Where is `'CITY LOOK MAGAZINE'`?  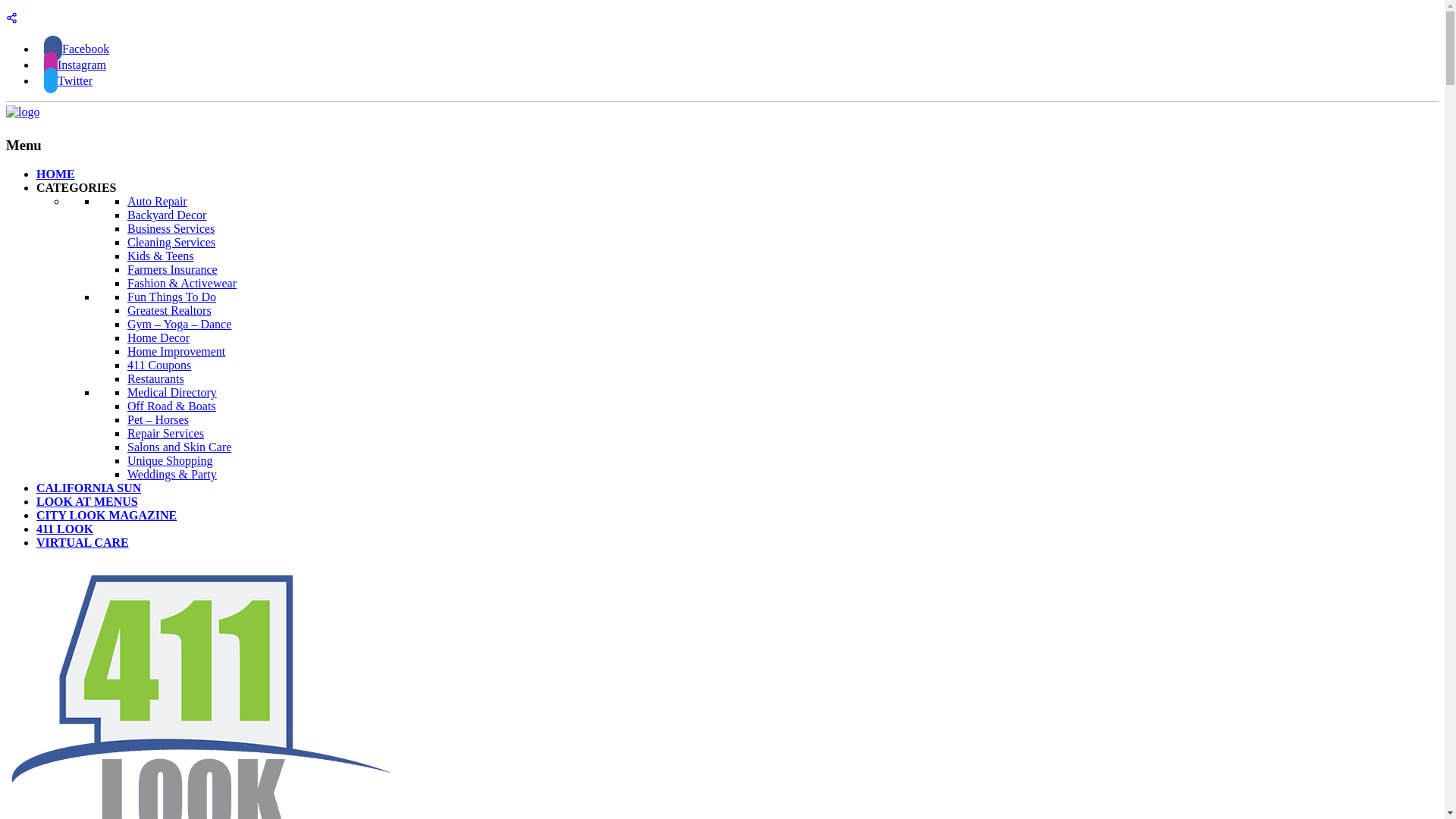 'CITY LOOK MAGAZINE' is located at coordinates (105, 514).